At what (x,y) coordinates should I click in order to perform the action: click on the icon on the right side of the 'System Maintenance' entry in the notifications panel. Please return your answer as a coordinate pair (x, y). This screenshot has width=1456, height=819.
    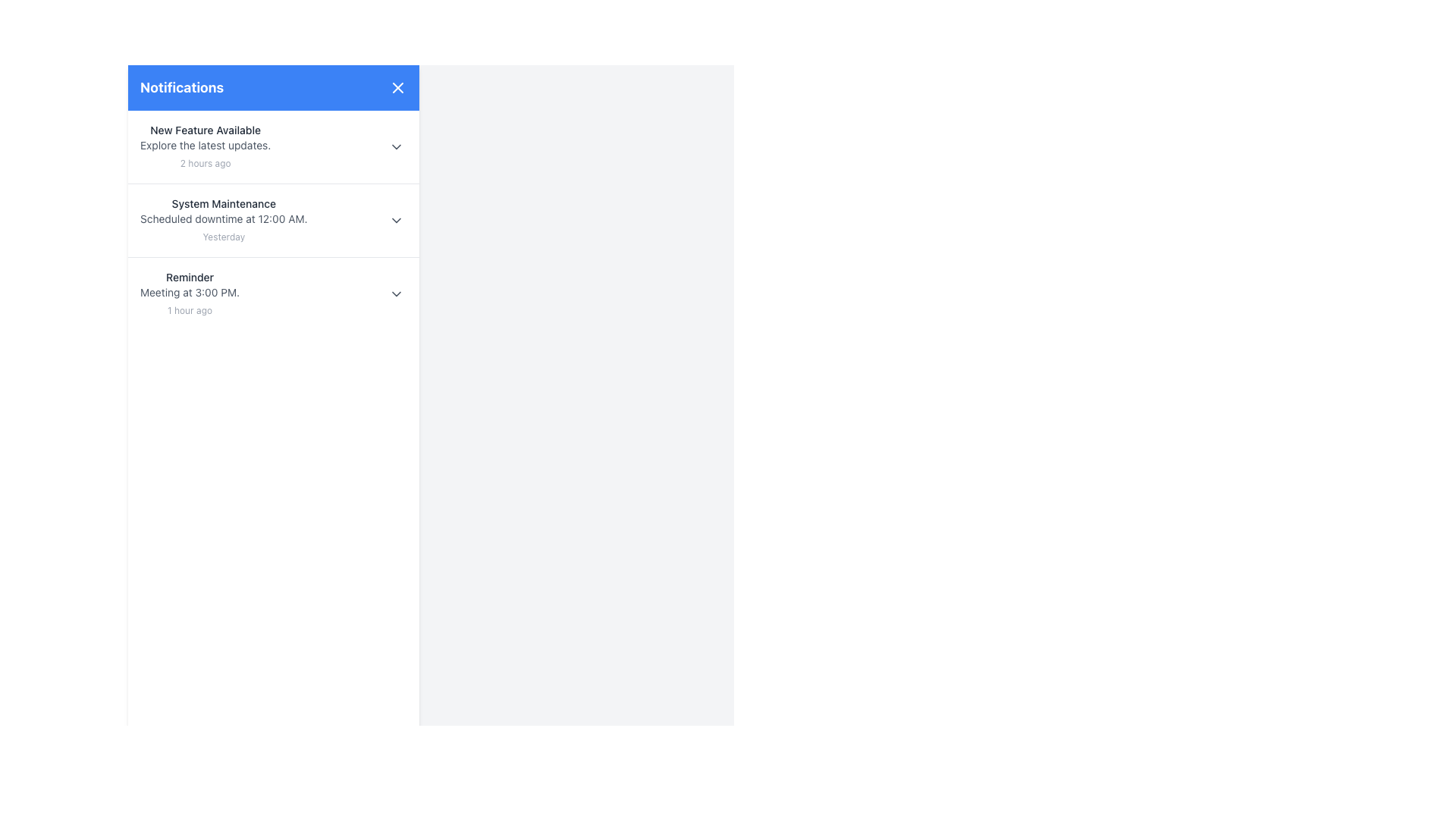
    Looking at the image, I should click on (397, 220).